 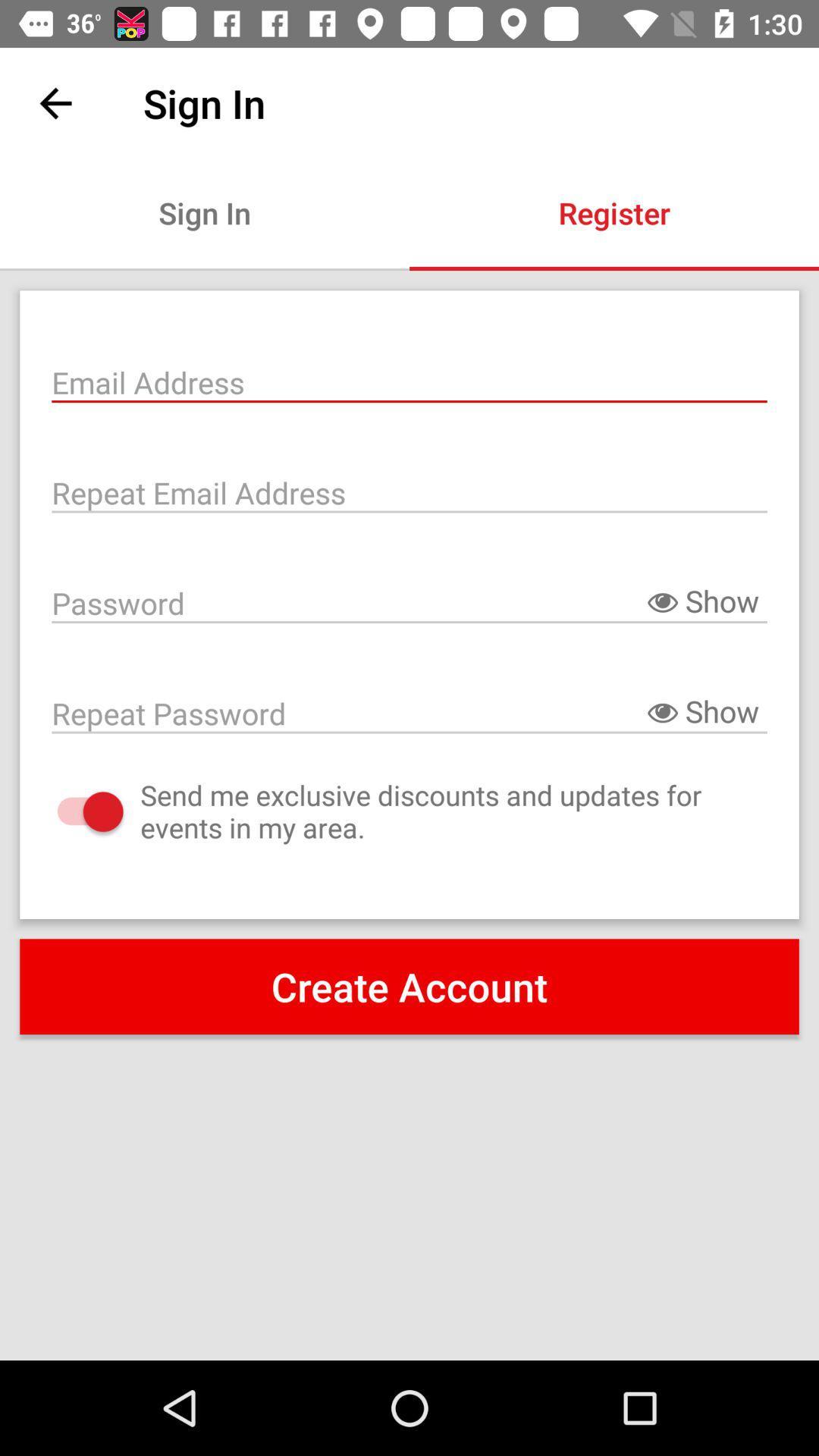 I want to click on place of entered password to visible or not, so click(x=409, y=601).